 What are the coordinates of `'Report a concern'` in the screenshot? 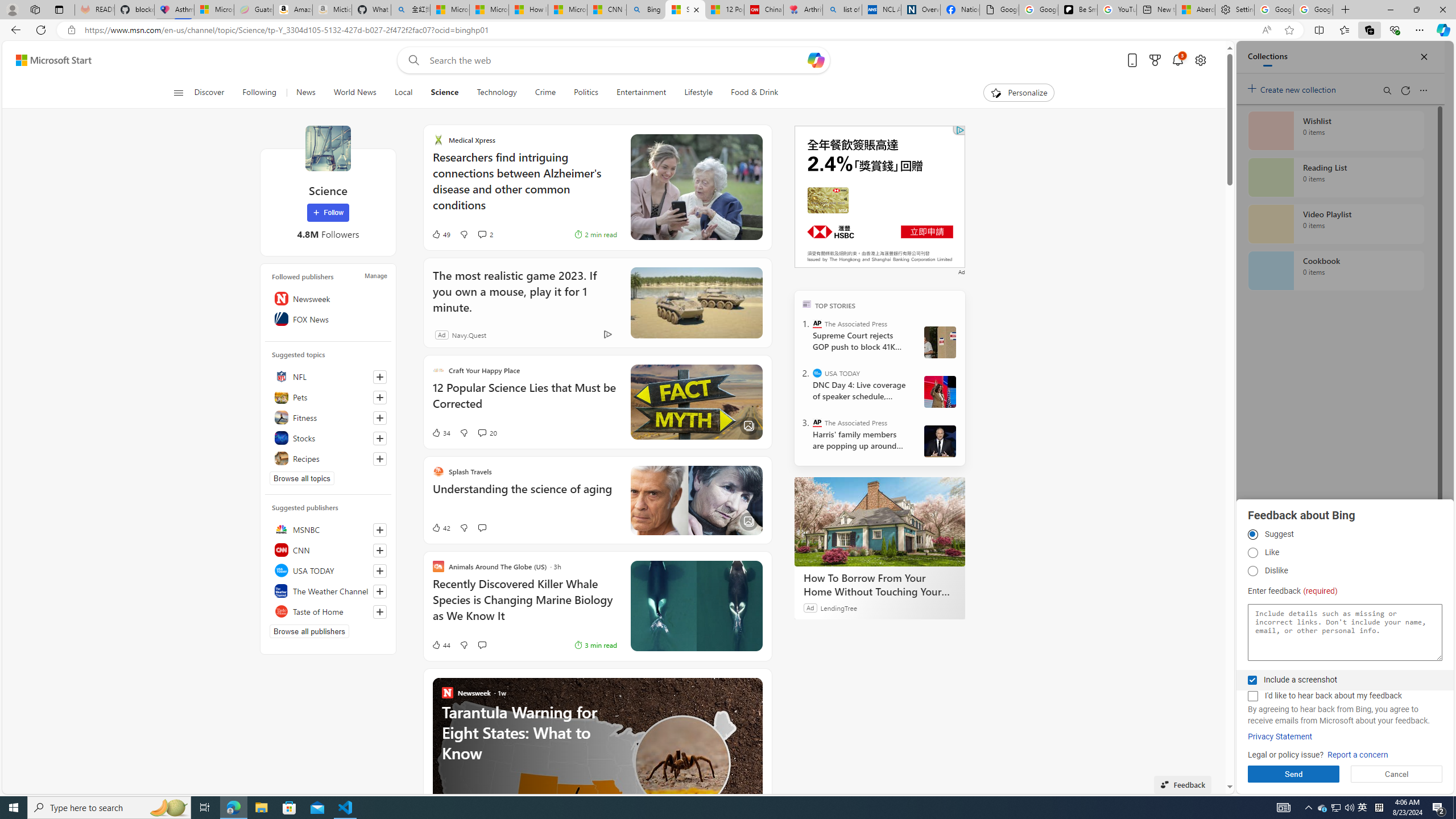 It's located at (1358, 754).